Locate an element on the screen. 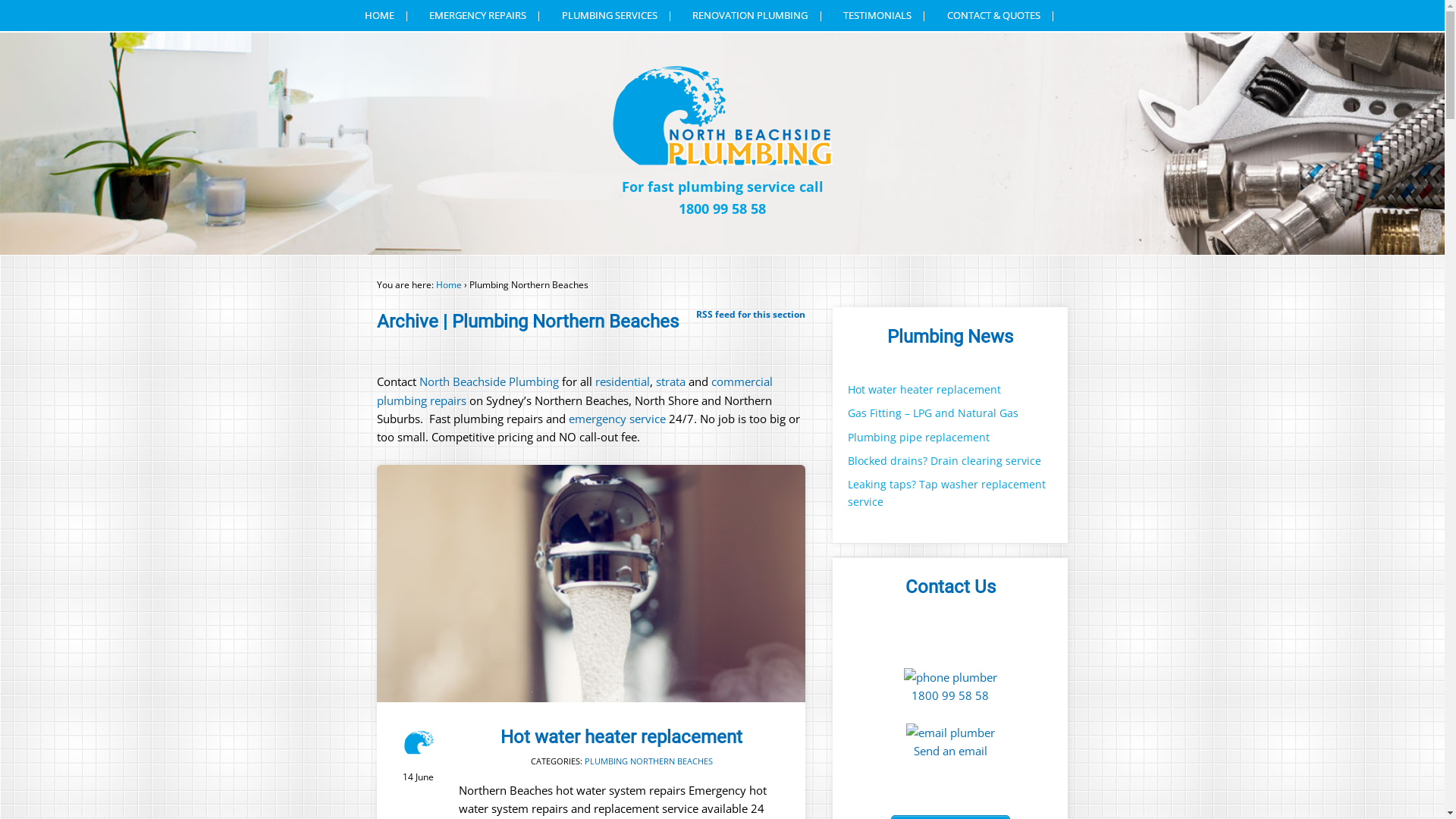  'RENOVATION PLUMBING' is located at coordinates (758, 15).